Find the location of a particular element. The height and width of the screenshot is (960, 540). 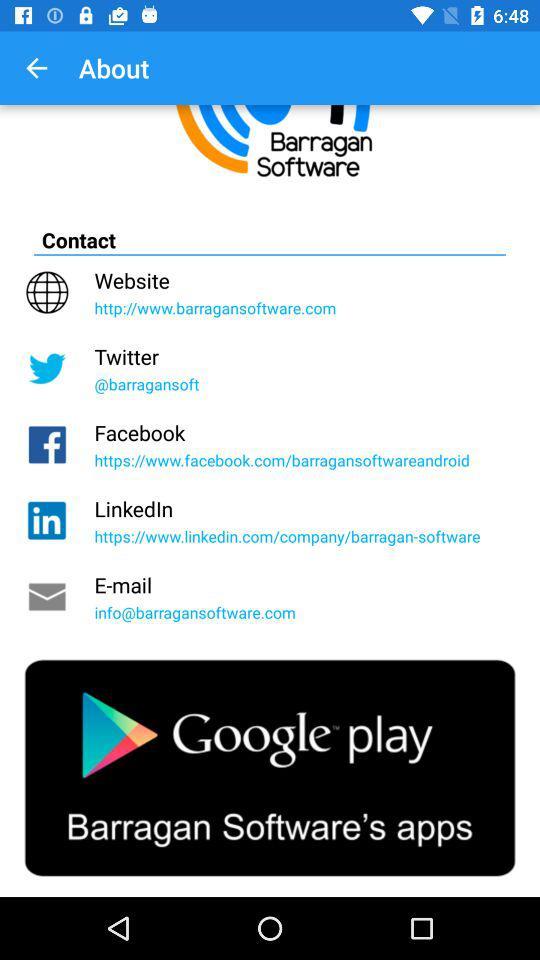

icon above the contact is located at coordinates (36, 68).